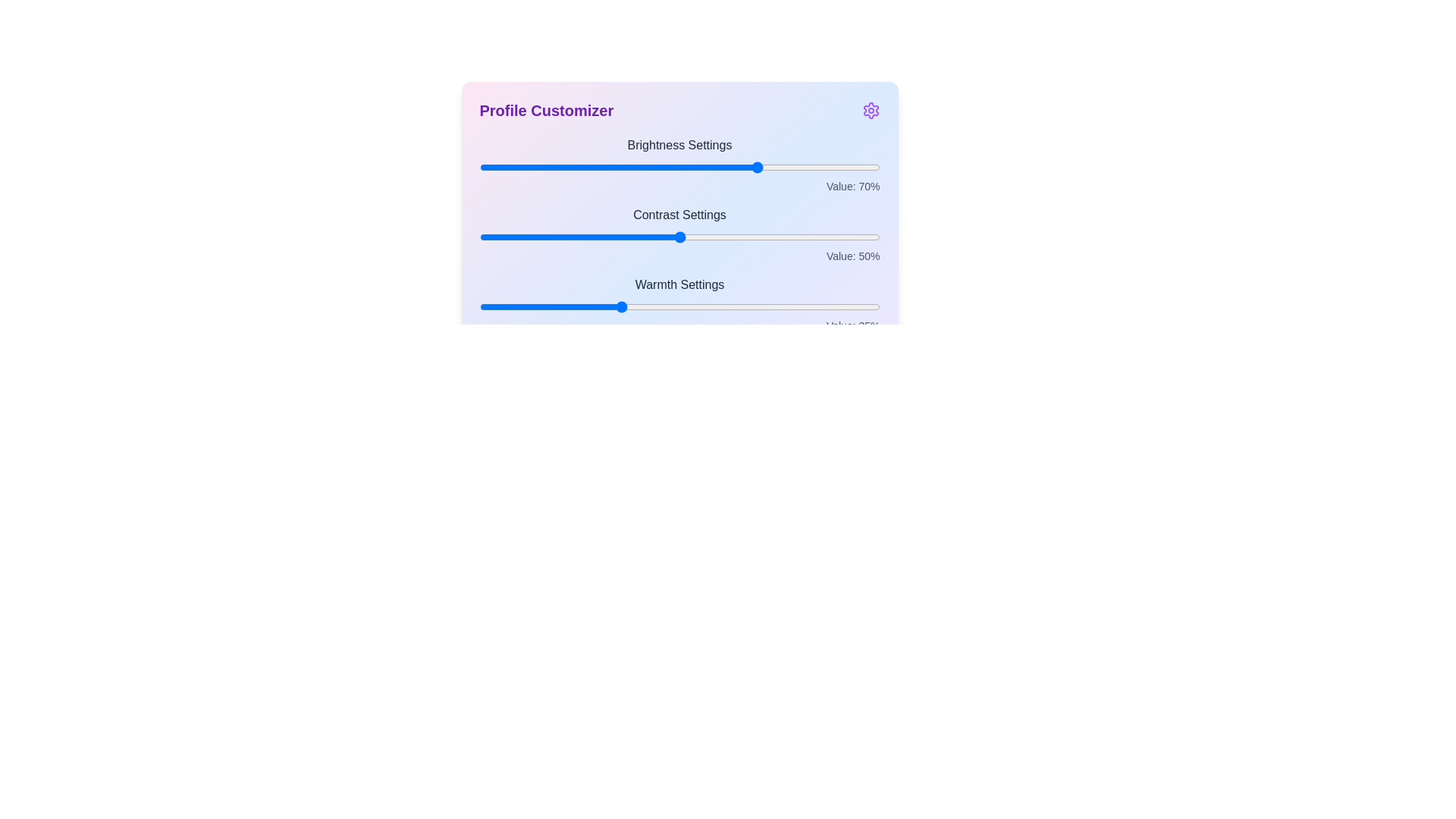 This screenshot has width=1456, height=819. Describe the element at coordinates (675, 167) in the screenshot. I see `the 0 slider to 49%` at that location.